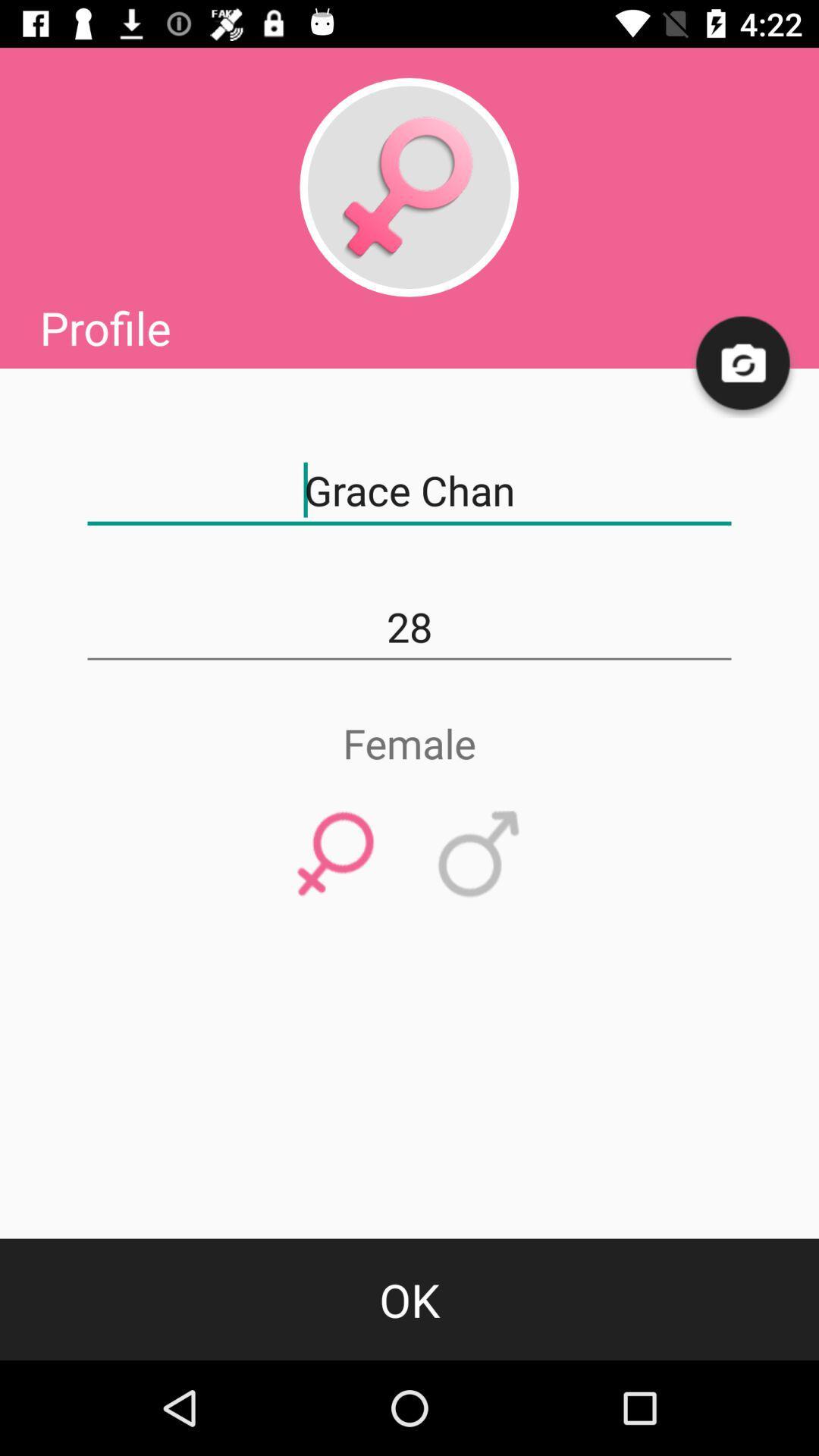 This screenshot has height=1456, width=819. What do you see at coordinates (335, 855) in the screenshot?
I see `identify gender option` at bounding box center [335, 855].